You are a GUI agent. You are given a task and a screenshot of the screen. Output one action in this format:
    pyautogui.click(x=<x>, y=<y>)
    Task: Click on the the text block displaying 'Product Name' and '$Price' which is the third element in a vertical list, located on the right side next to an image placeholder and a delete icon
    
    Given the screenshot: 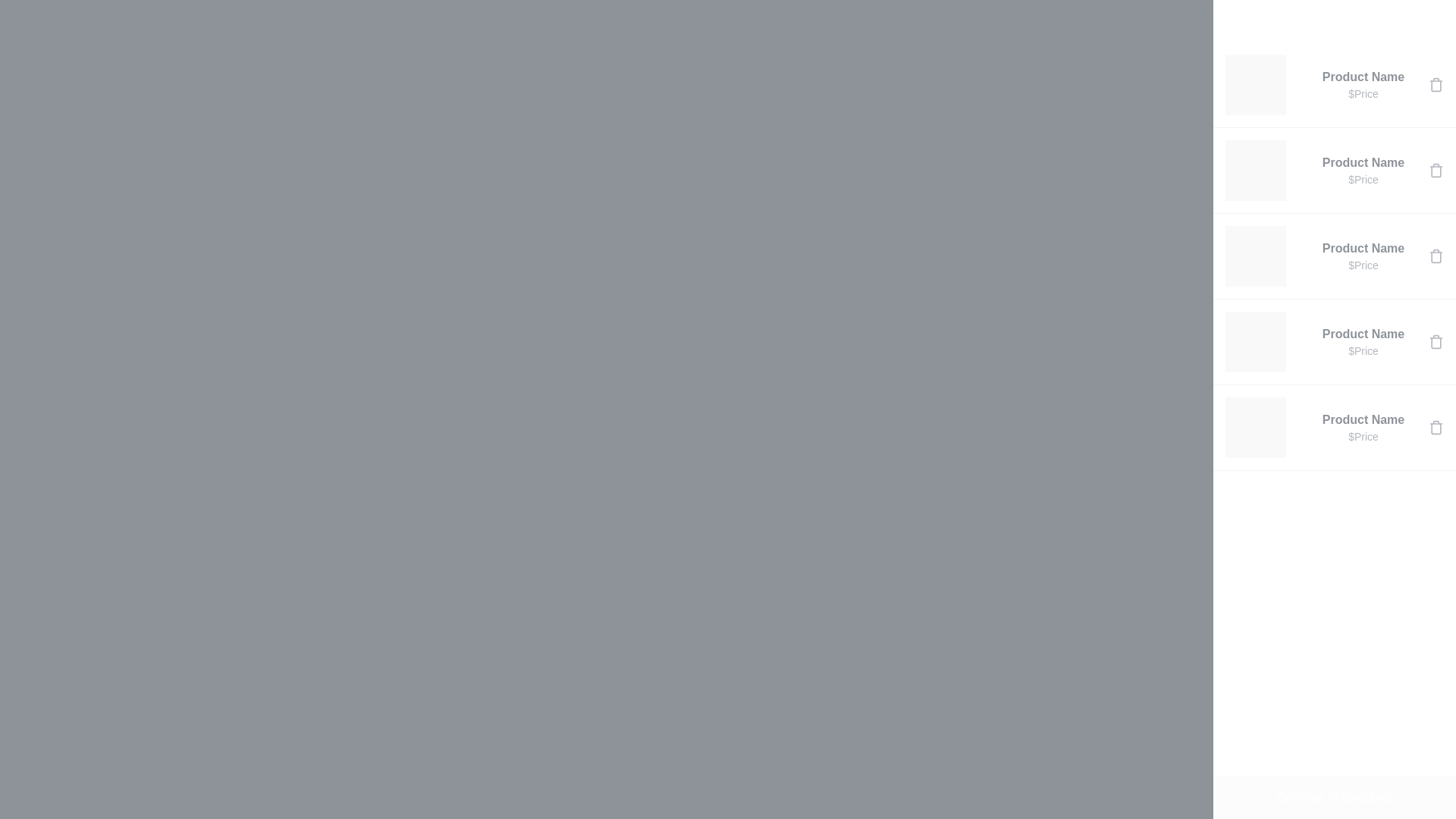 What is the action you would take?
    pyautogui.click(x=1363, y=256)
    